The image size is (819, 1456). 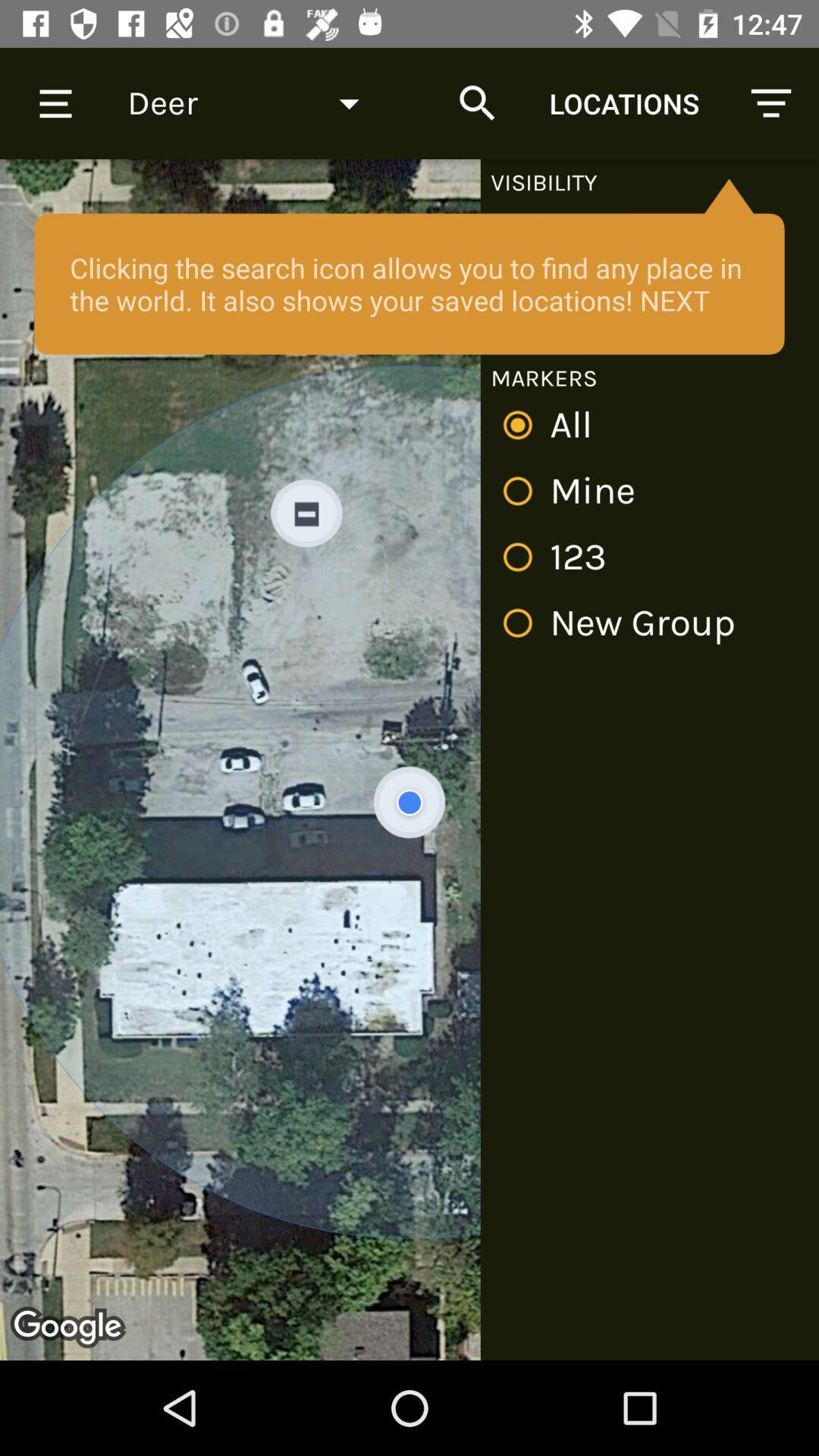 What do you see at coordinates (625, 623) in the screenshot?
I see `last option` at bounding box center [625, 623].